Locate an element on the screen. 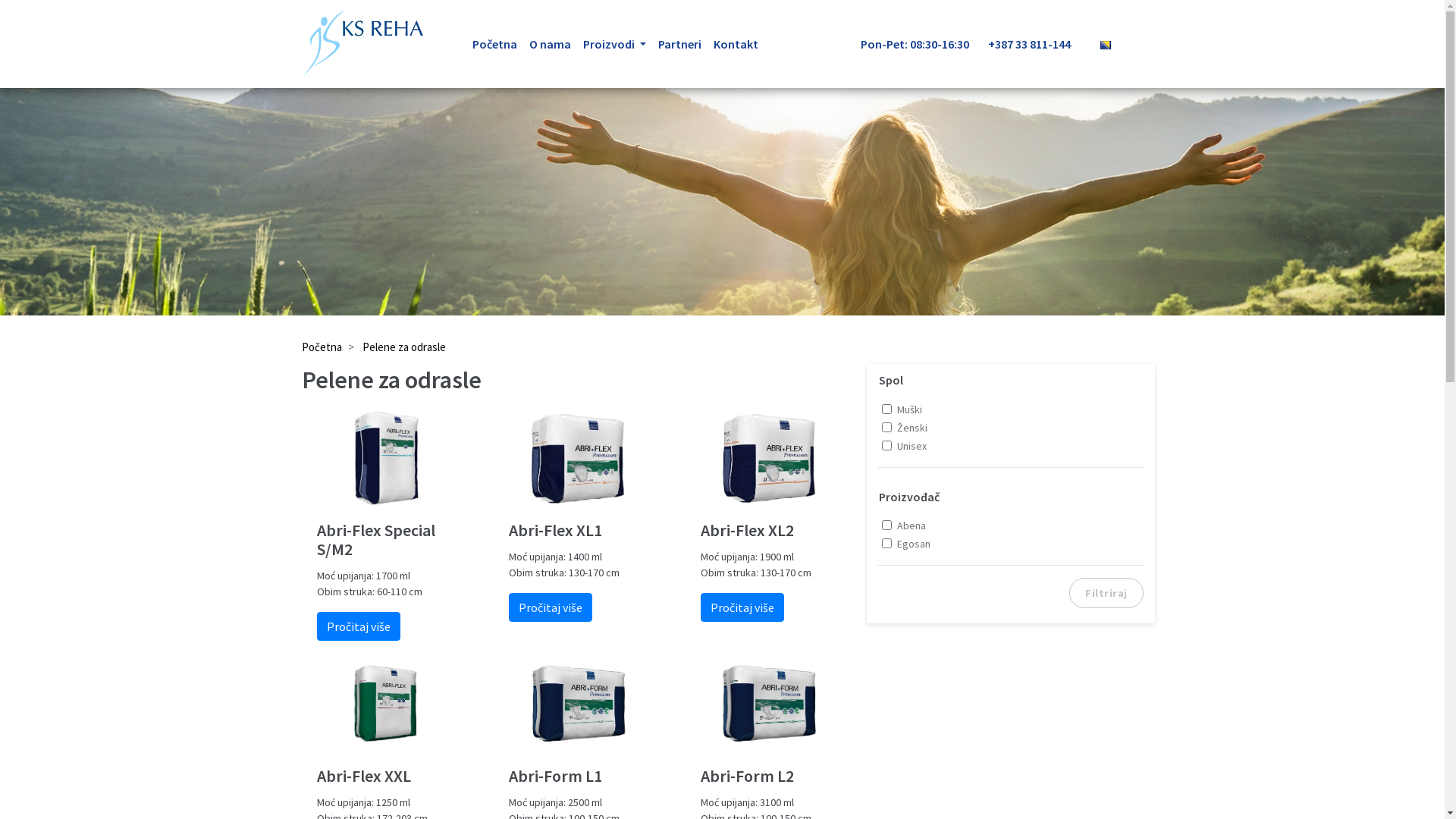  'Proizvodi' is located at coordinates (613, 42).